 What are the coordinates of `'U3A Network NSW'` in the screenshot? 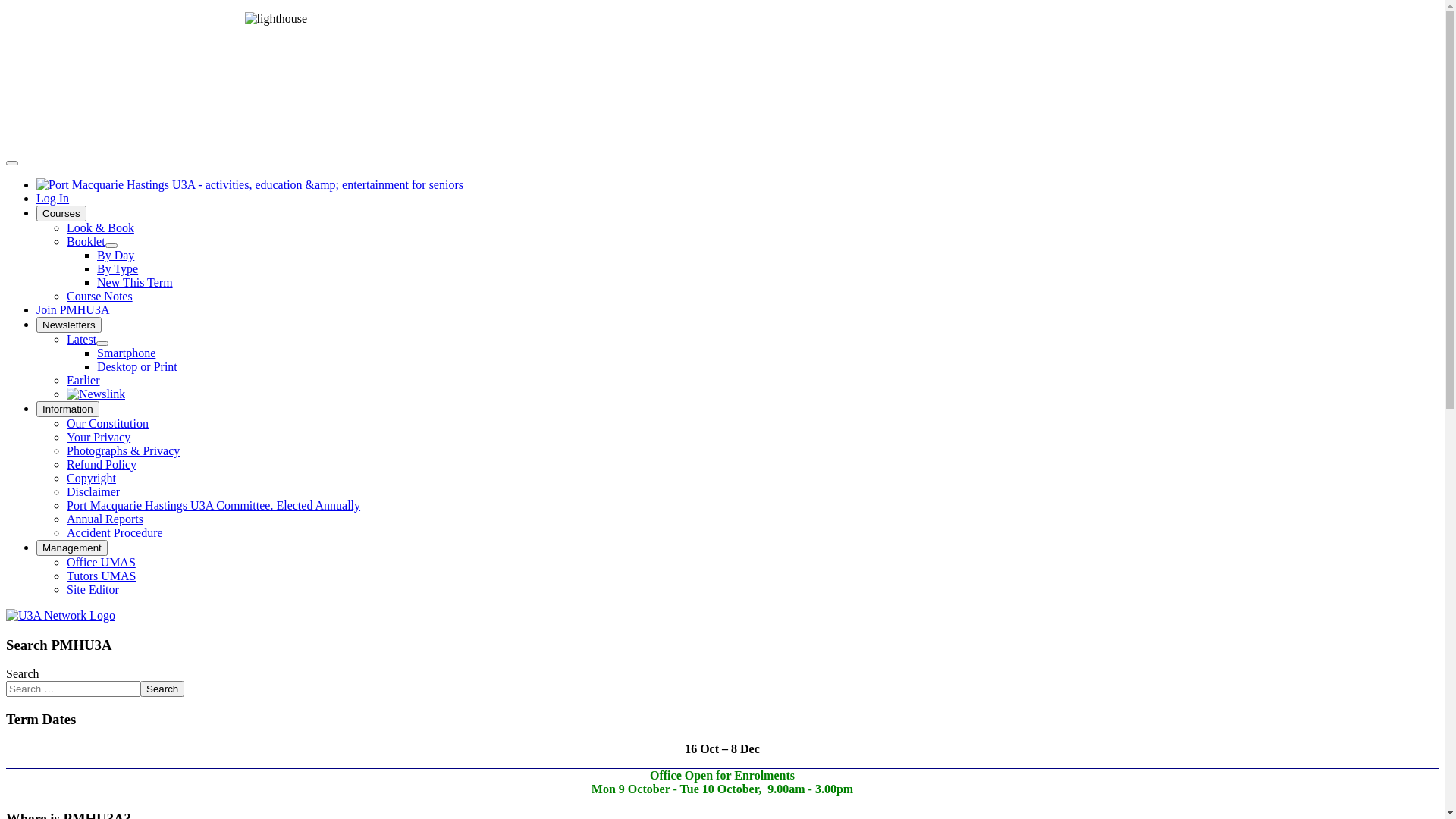 It's located at (6, 615).